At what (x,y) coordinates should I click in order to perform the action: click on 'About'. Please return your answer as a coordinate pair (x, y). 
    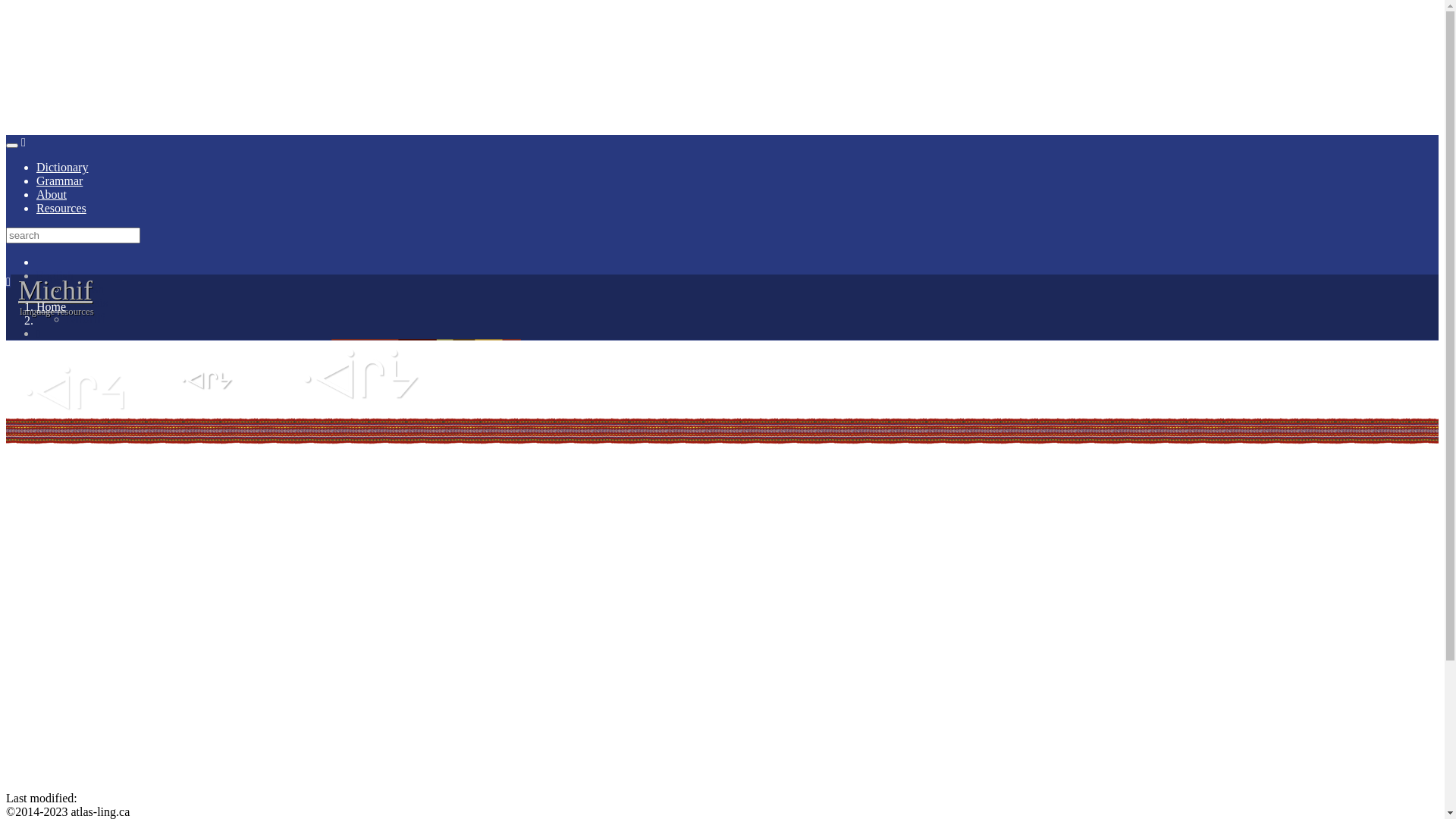
    Looking at the image, I should click on (51, 193).